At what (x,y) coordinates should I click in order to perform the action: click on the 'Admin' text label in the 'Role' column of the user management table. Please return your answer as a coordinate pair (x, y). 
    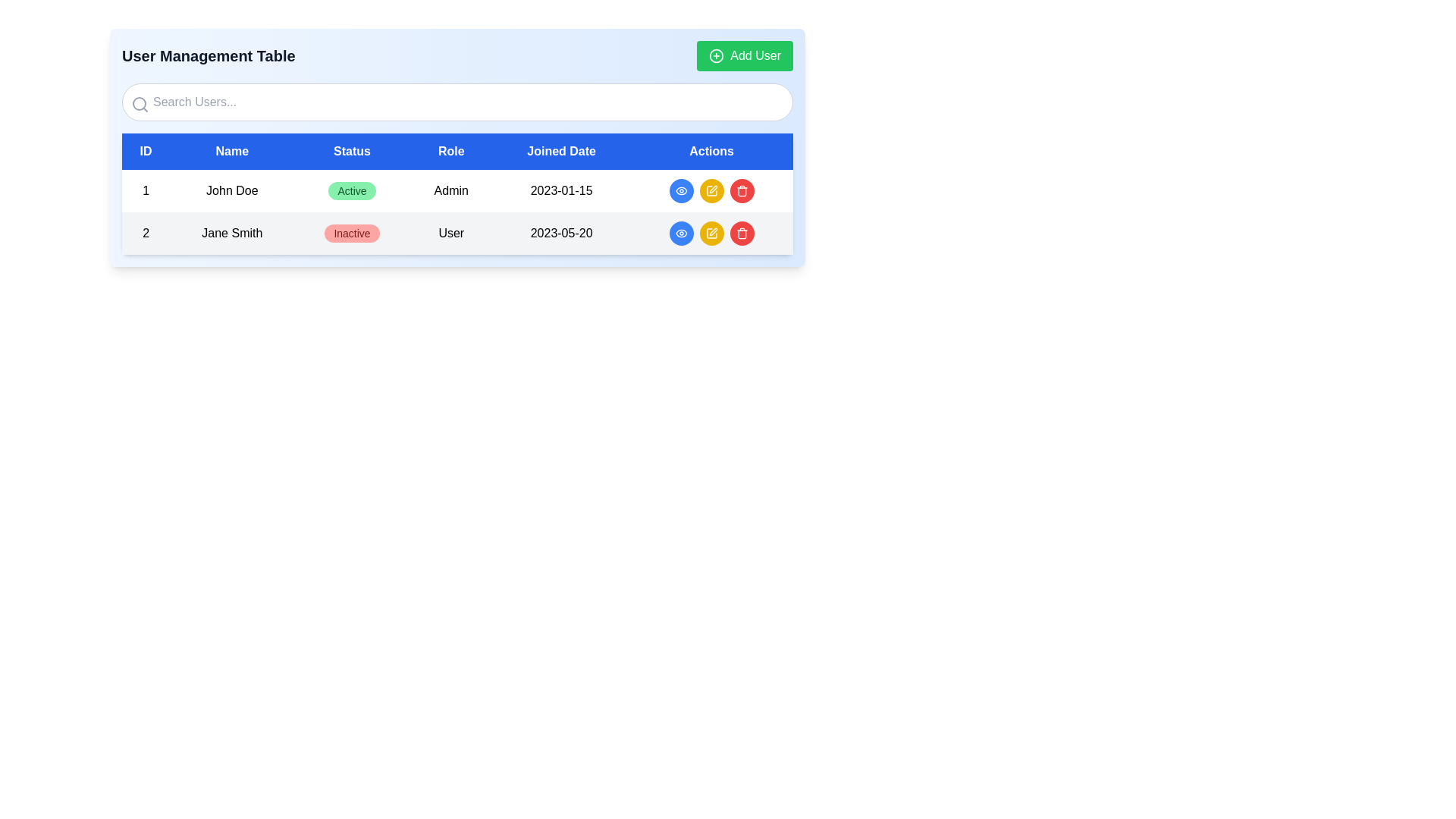
    Looking at the image, I should click on (450, 190).